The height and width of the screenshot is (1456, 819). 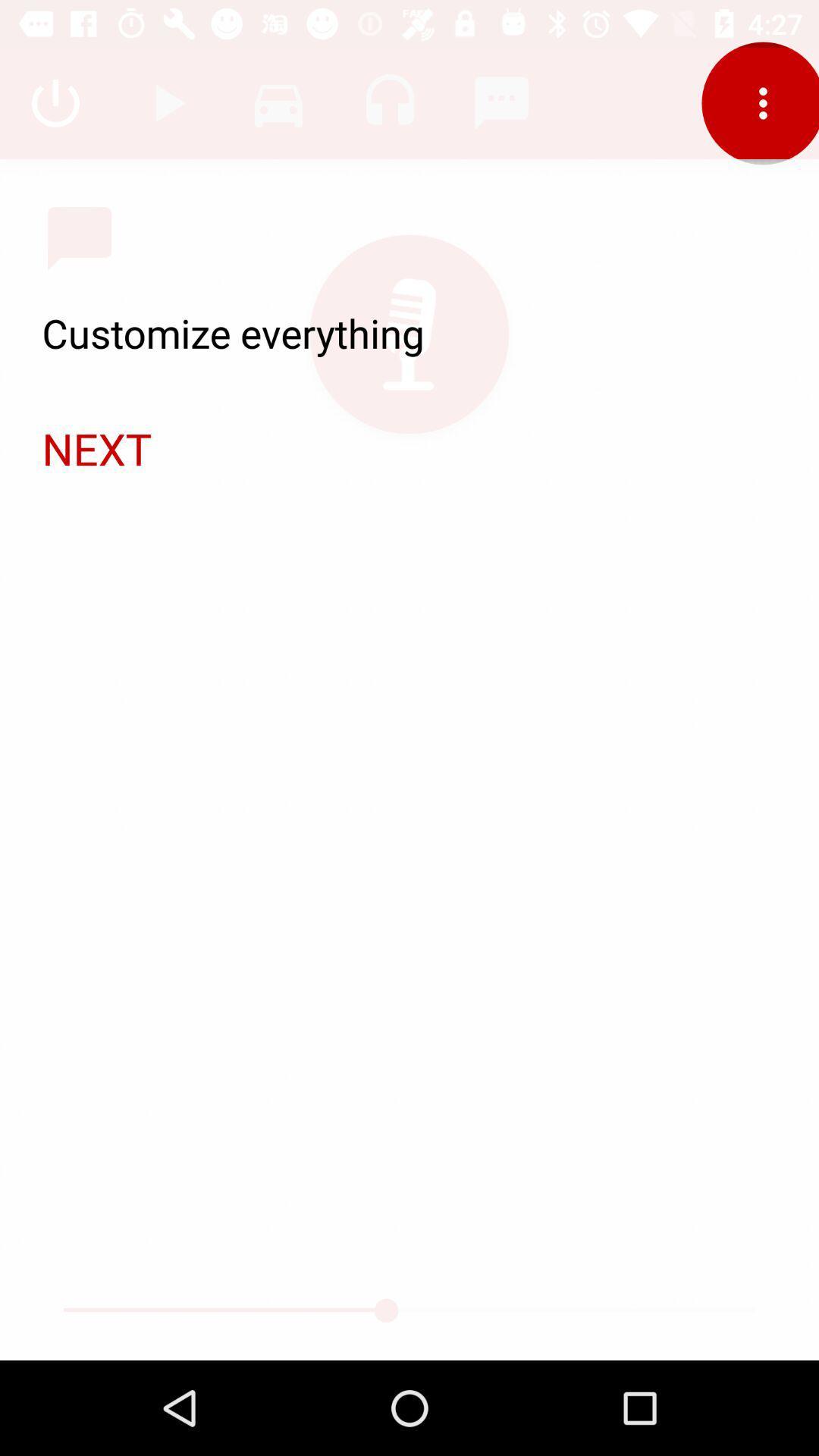 What do you see at coordinates (763, 102) in the screenshot?
I see `the more icon` at bounding box center [763, 102].